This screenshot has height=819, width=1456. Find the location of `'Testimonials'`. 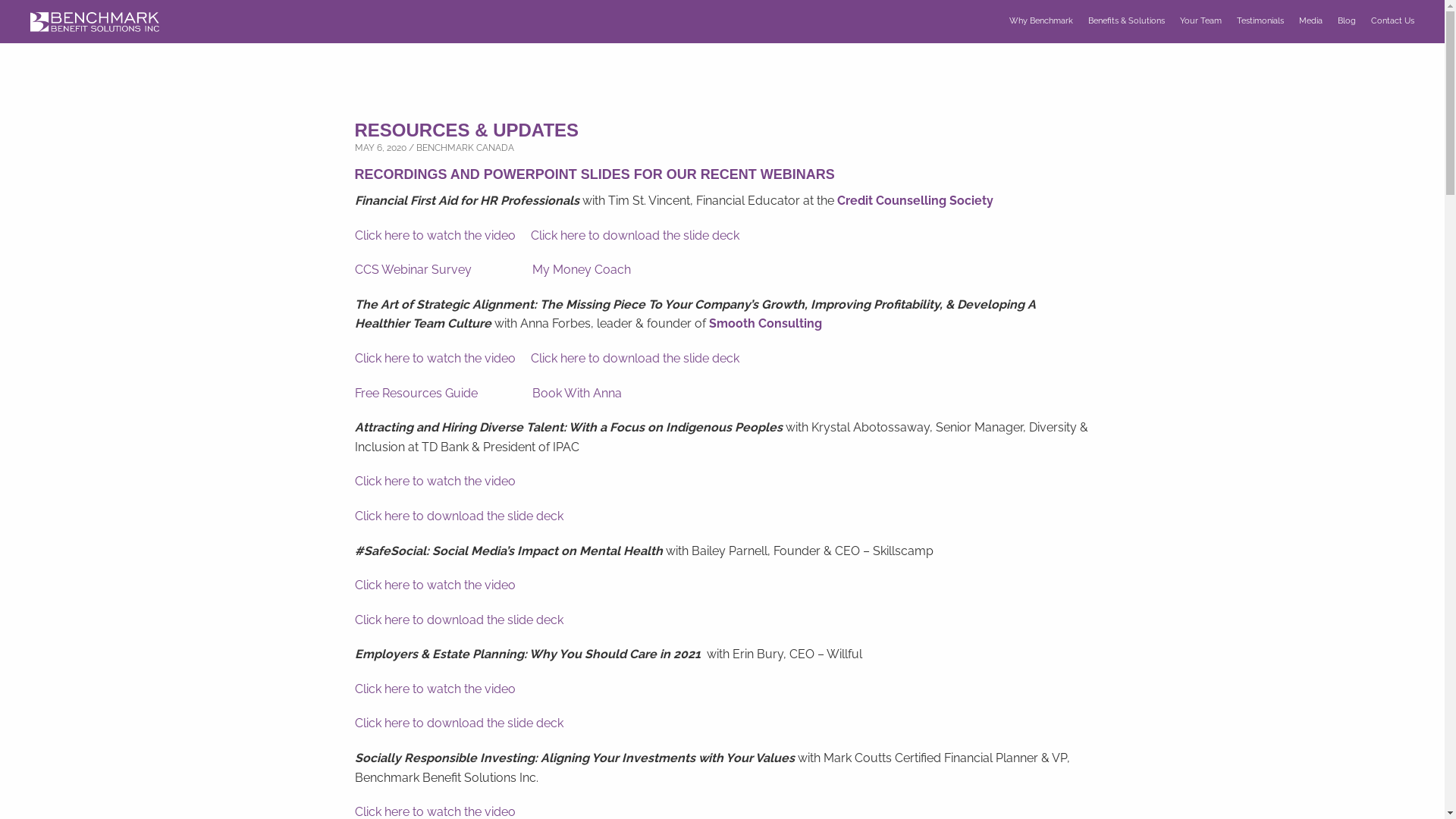

'Testimonials' is located at coordinates (1260, 20).